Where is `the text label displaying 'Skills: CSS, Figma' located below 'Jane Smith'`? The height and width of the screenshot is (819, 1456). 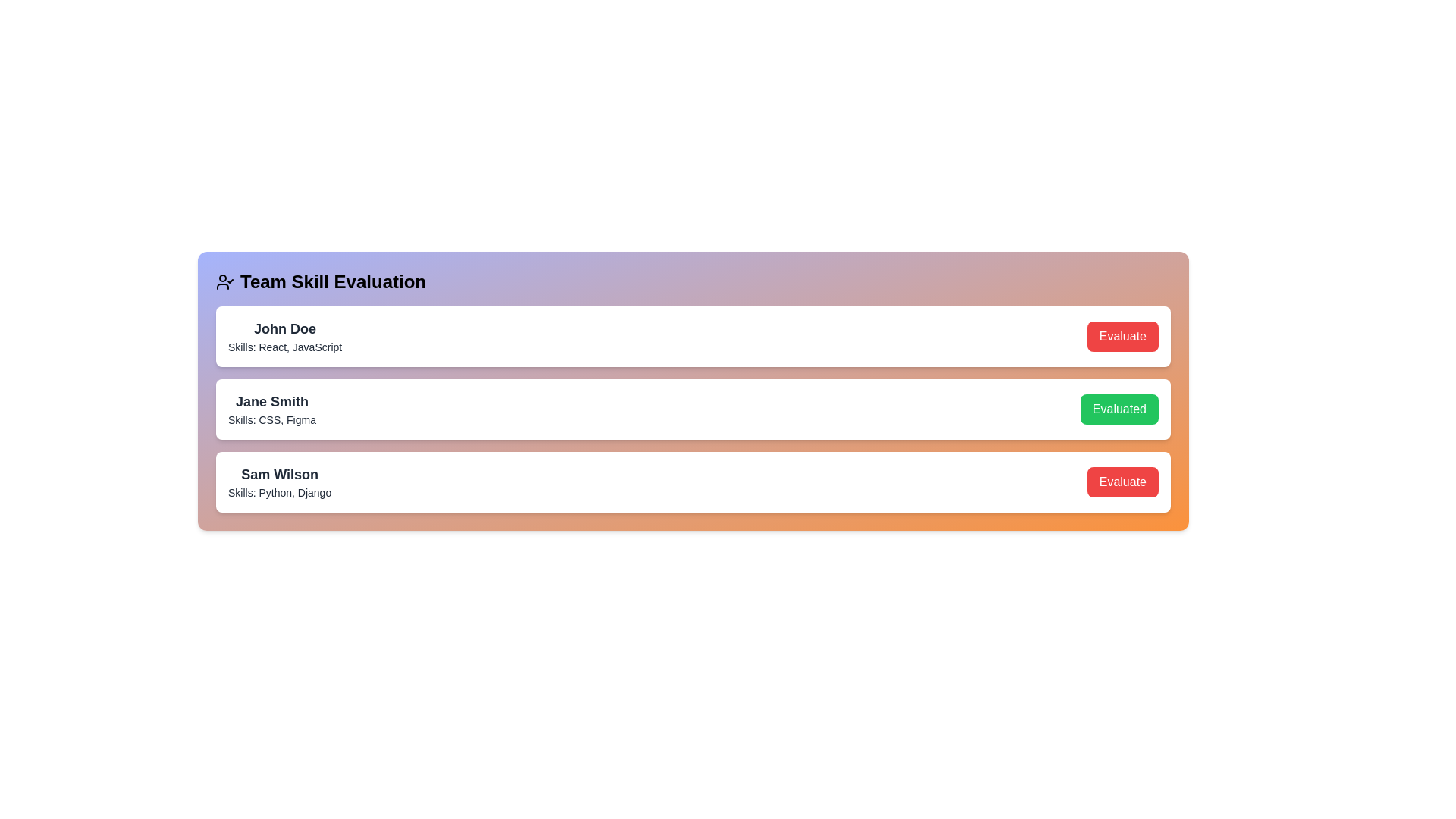 the text label displaying 'Skills: CSS, Figma' located below 'Jane Smith' is located at coordinates (272, 420).